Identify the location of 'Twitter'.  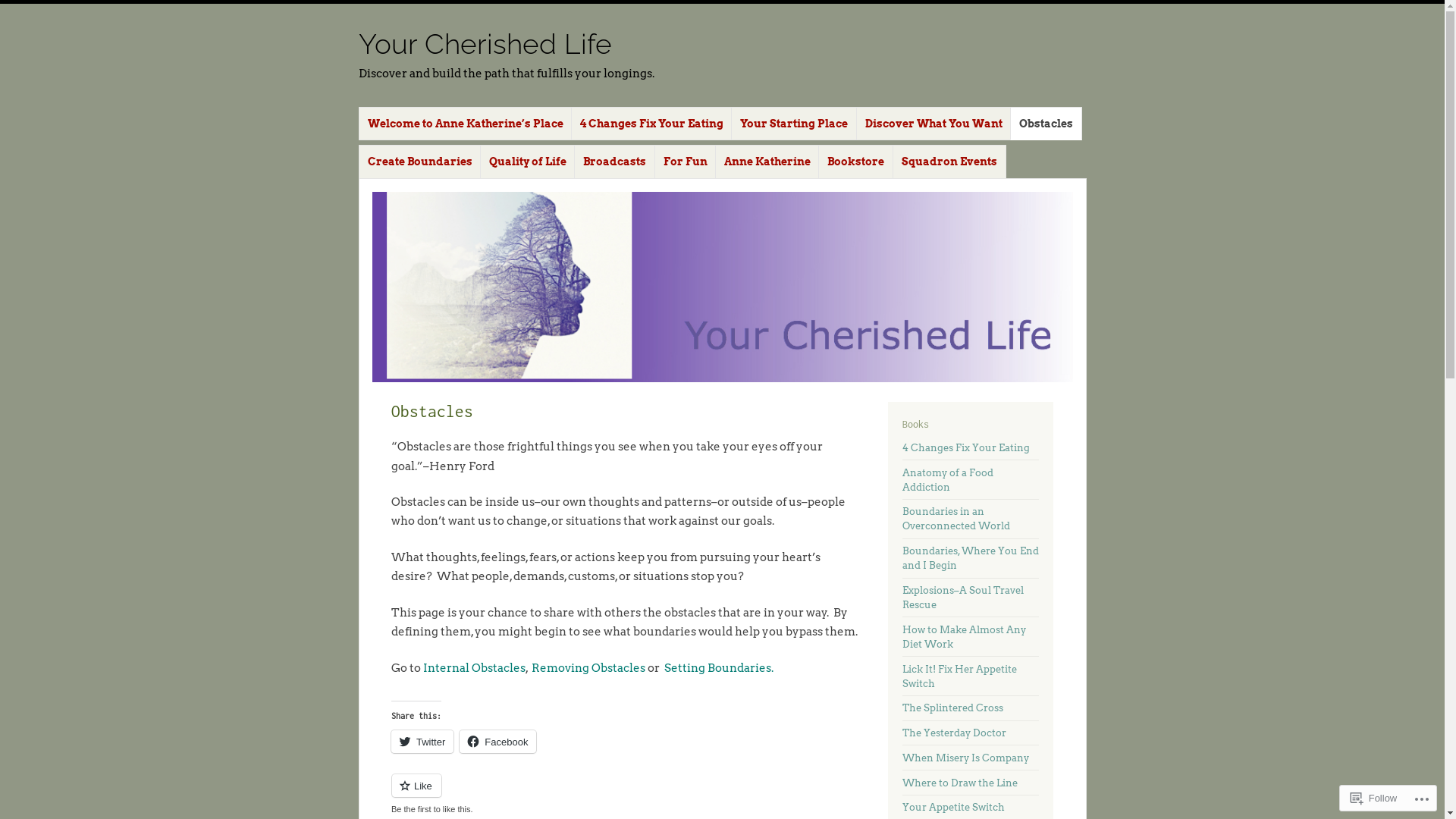
(422, 741).